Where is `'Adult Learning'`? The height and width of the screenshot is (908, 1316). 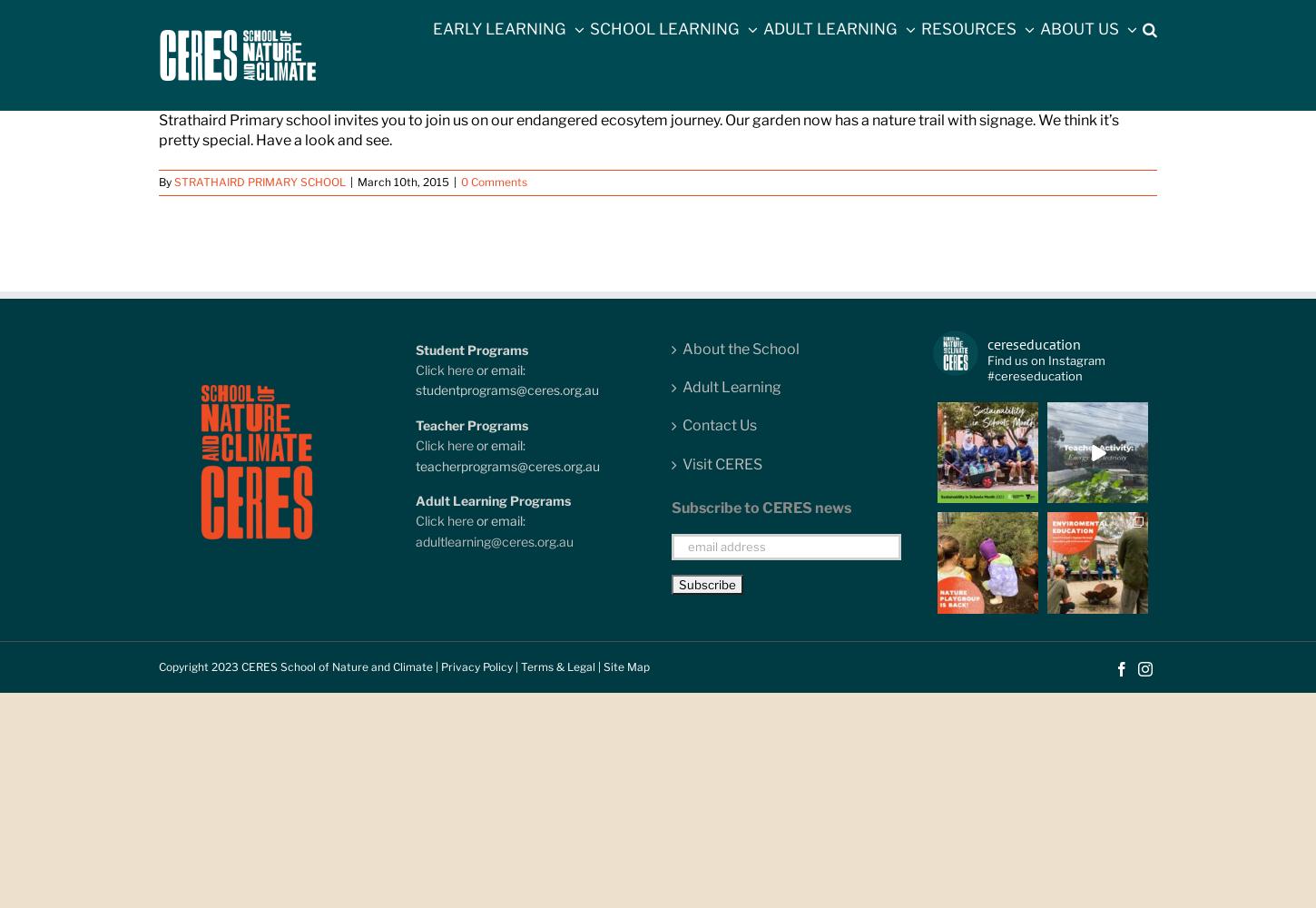 'Adult Learning' is located at coordinates (682, 386).